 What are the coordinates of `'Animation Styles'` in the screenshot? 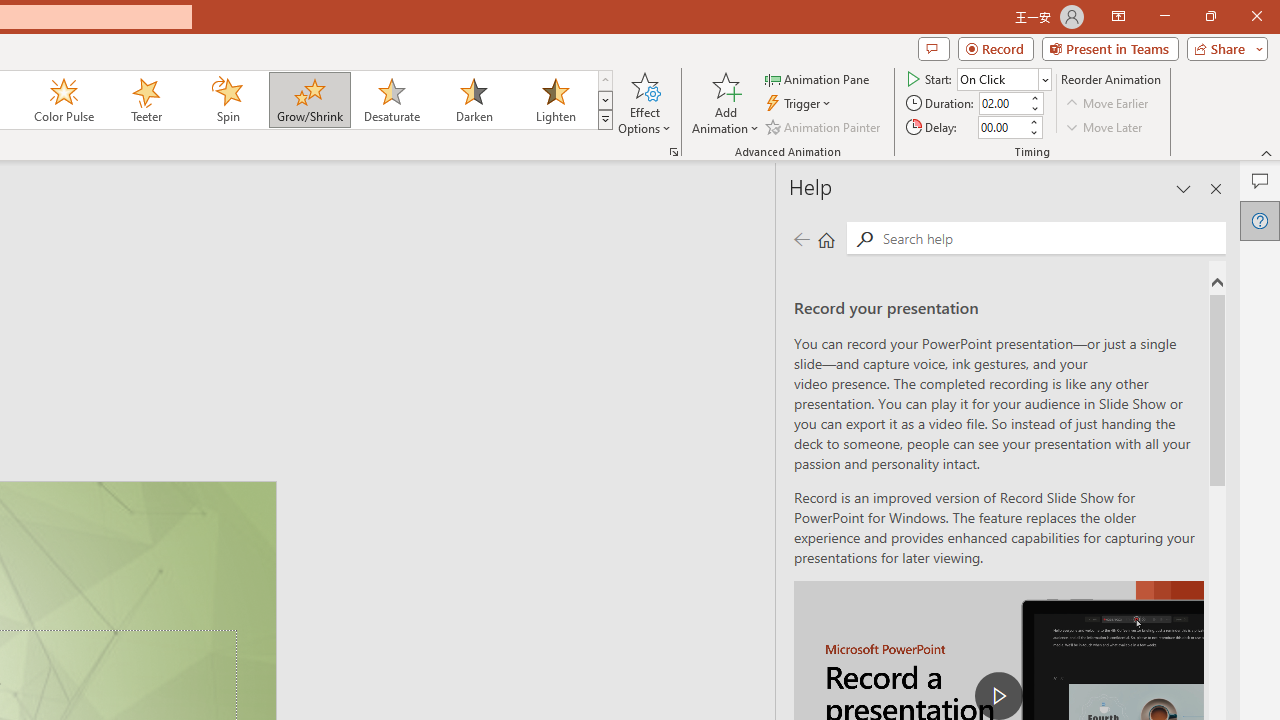 It's located at (604, 120).